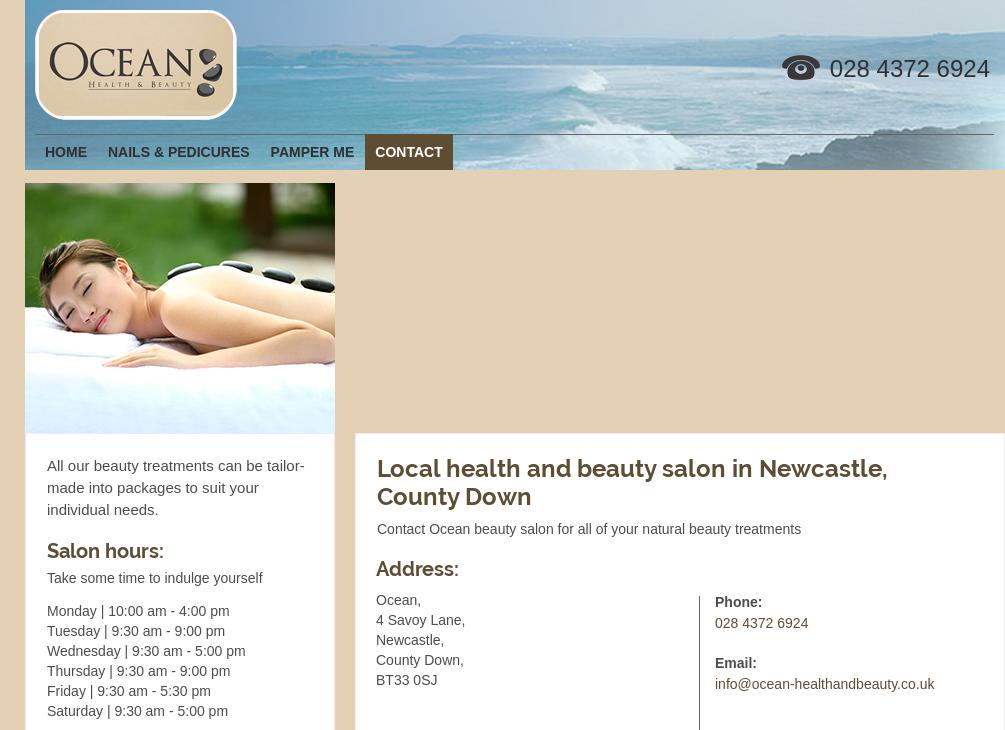  What do you see at coordinates (137, 611) in the screenshot?
I see `'Monday | 10:00 am - 4:00 pm'` at bounding box center [137, 611].